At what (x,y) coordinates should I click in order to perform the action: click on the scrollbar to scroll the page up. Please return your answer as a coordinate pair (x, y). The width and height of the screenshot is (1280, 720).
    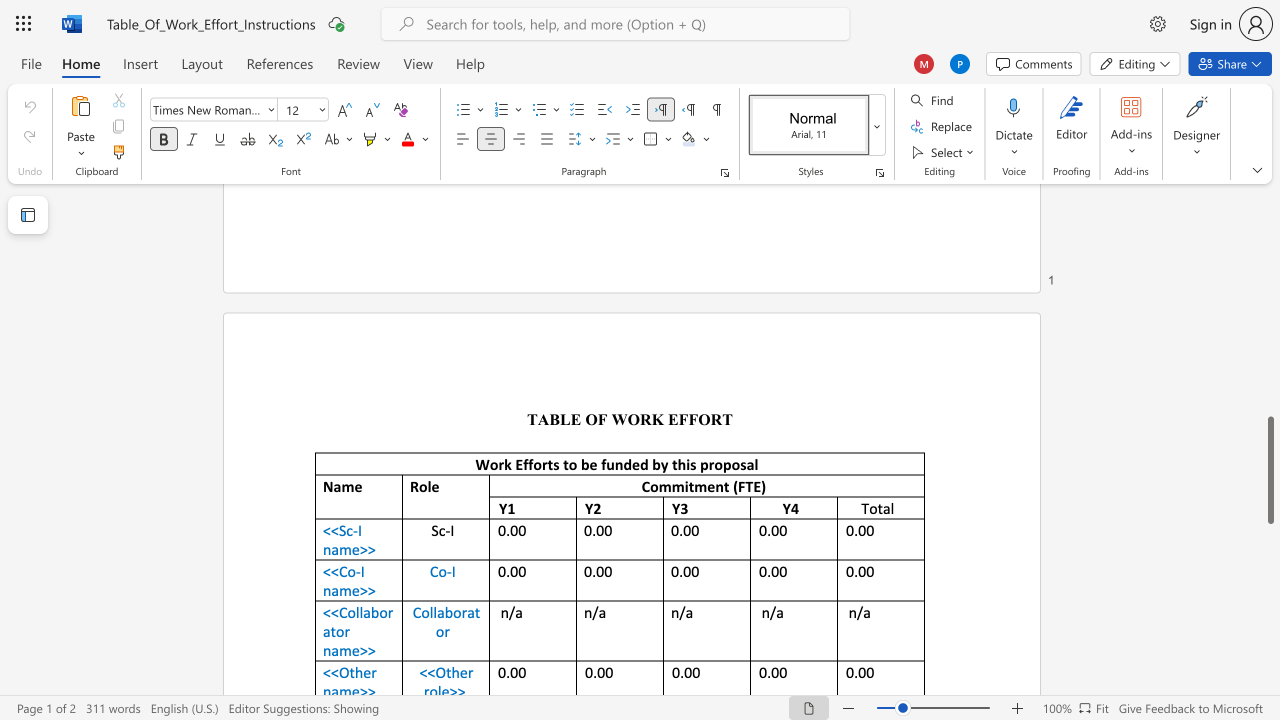
    Looking at the image, I should click on (1269, 348).